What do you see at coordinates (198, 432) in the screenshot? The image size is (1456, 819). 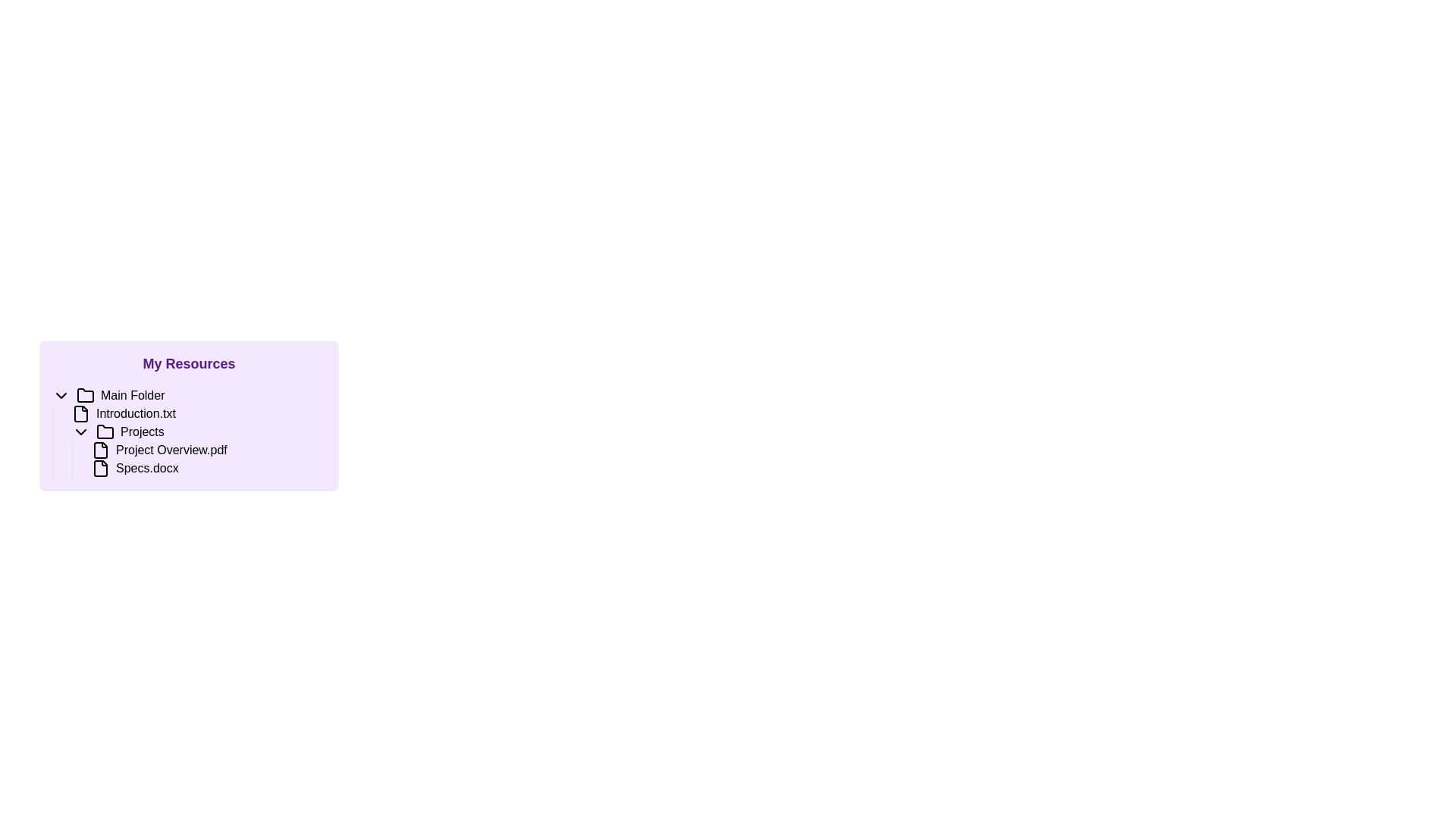 I see `the folder item in the tree view located at the second level under the 'Main Folder'` at bounding box center [198, 432].